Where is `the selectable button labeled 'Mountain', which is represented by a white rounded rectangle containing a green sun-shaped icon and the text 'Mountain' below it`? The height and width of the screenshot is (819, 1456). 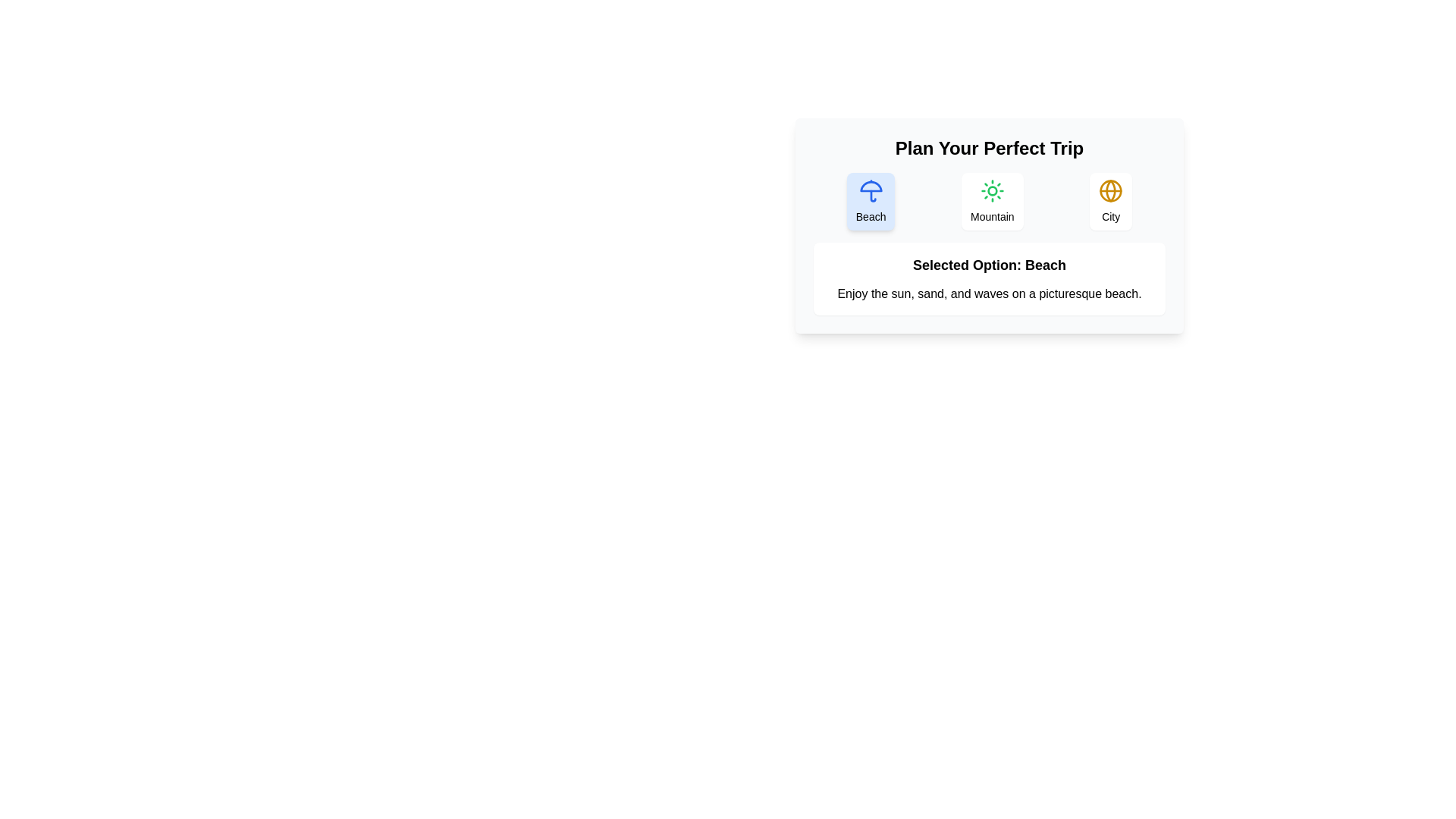
the selectable button labeled 'Mountain', which is represented by a white rounded rectangle containing a green sun-shaped icon and the text 'Mountain' below it is located at coordinates (992, 201).